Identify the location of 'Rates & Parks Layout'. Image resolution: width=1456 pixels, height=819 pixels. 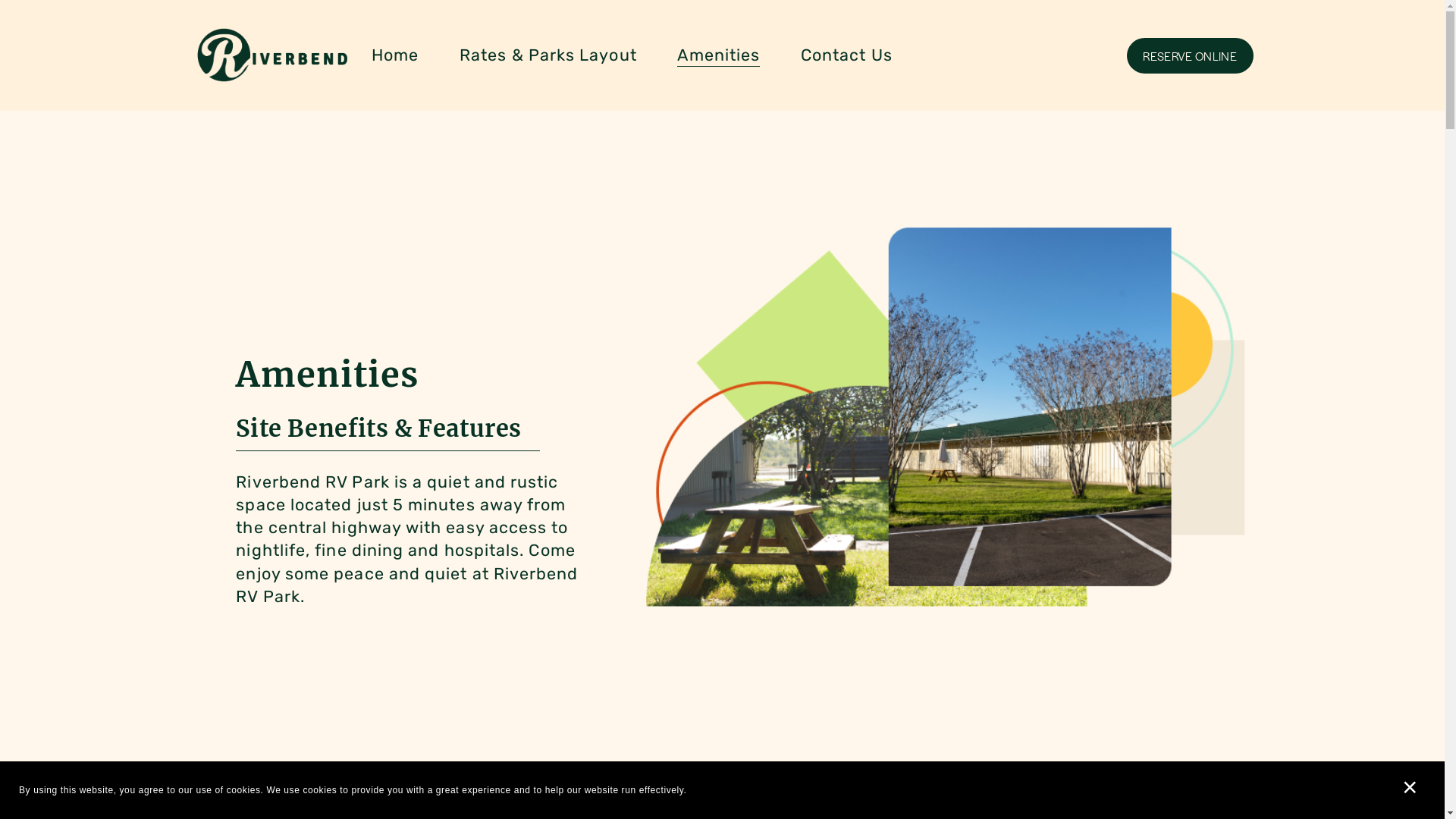
(548, 55).